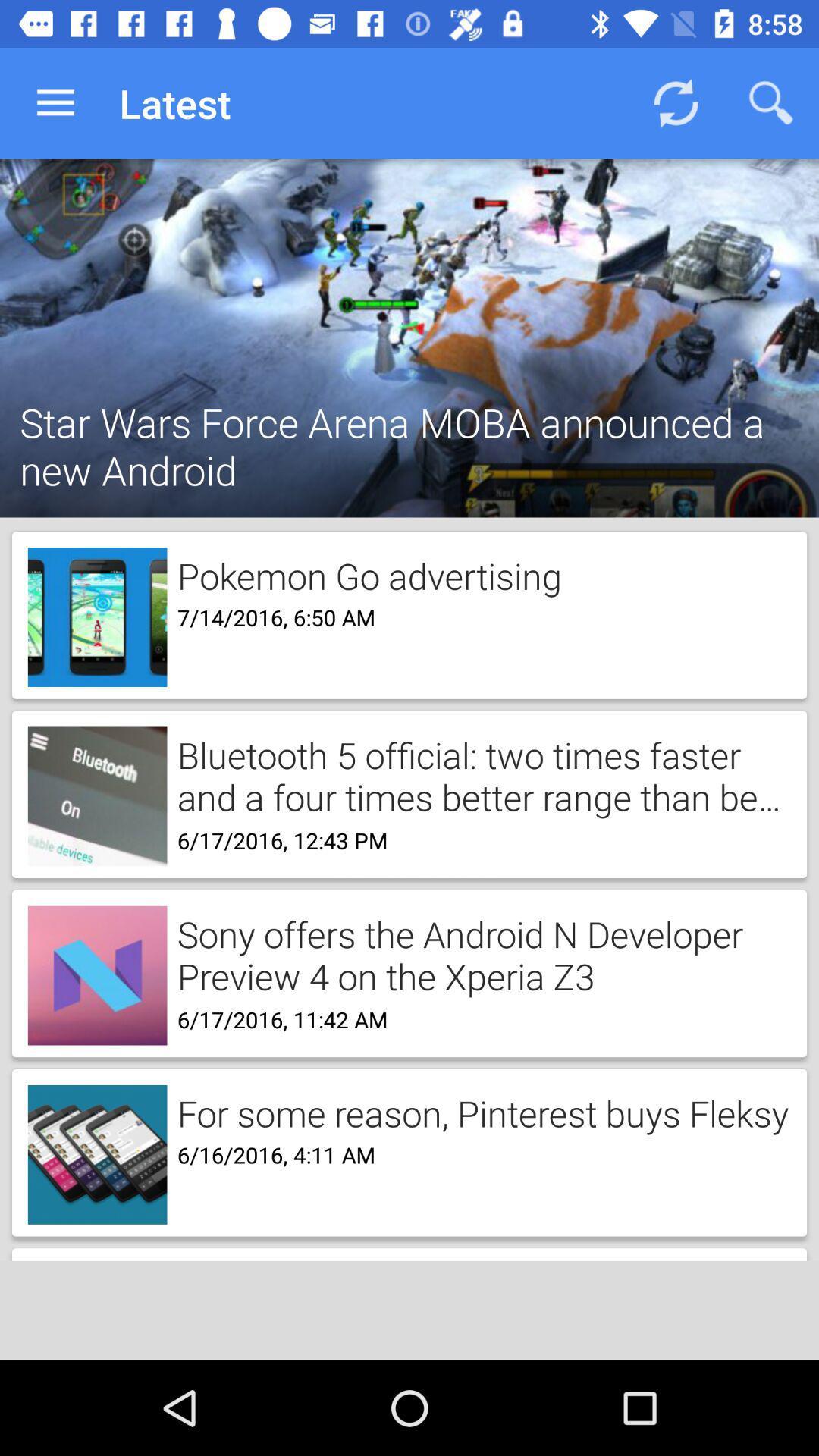  What do you see at coordinates (409, 425) in the screenshot?
I see `star wars force` at bounding box center [409, 425].